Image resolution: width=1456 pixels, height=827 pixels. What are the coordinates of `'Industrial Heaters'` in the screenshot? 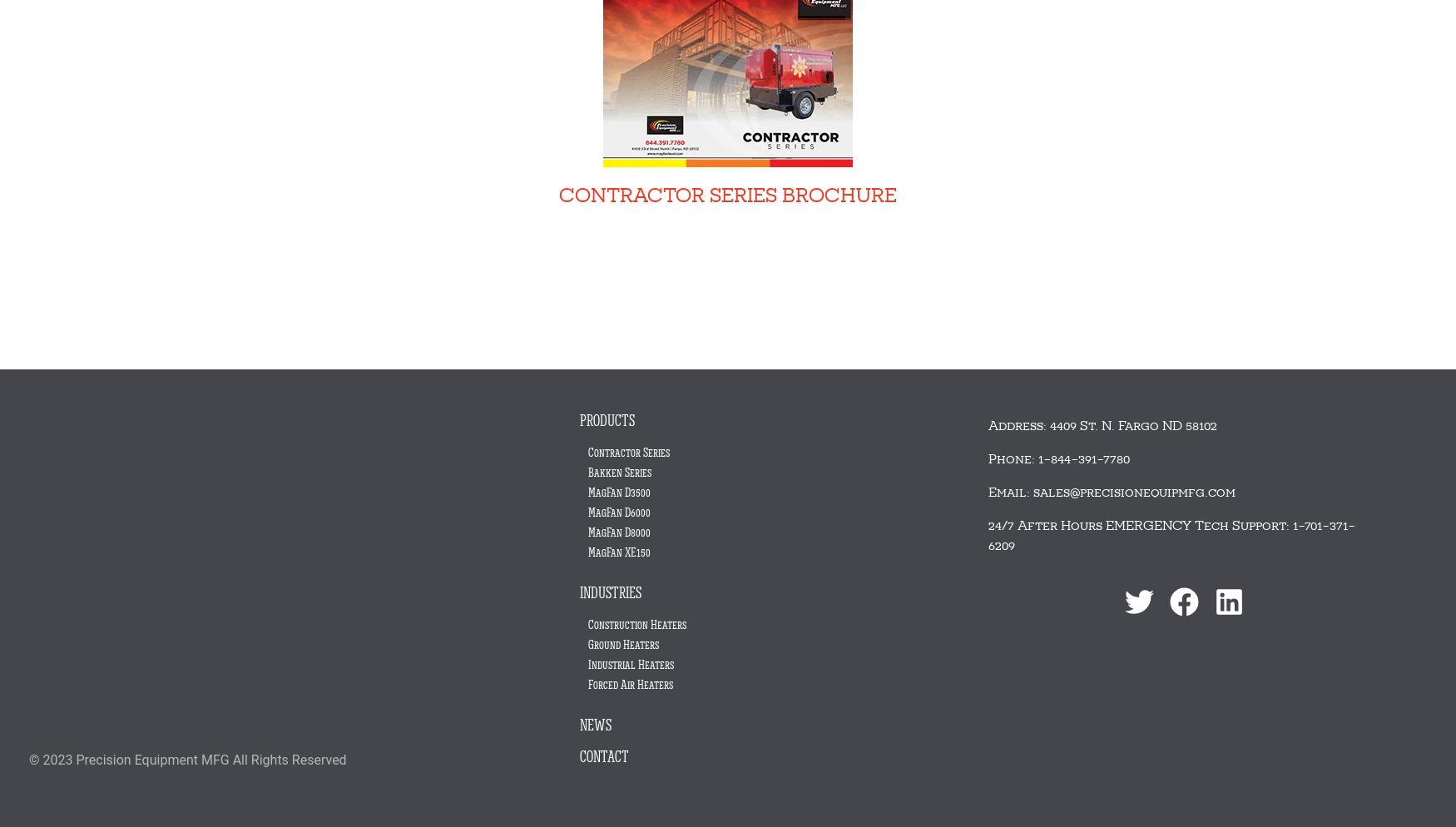 It's located at (630, 664).